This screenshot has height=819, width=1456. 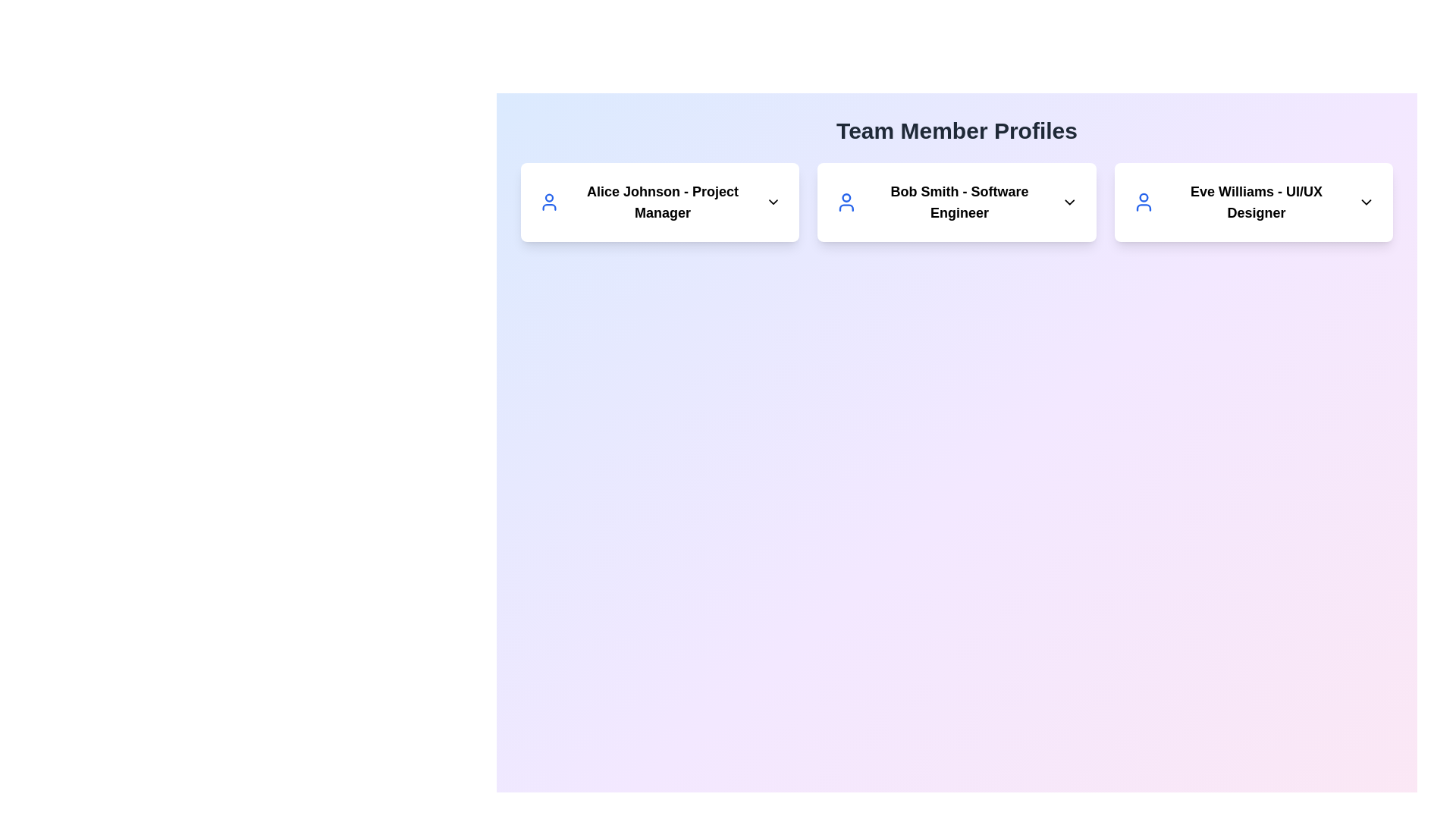 I want to click on the circular head component of the person silhouette icon located to the left of the text 'Eve Williams - UI/UX Designer', so click(x=1144, y=196).